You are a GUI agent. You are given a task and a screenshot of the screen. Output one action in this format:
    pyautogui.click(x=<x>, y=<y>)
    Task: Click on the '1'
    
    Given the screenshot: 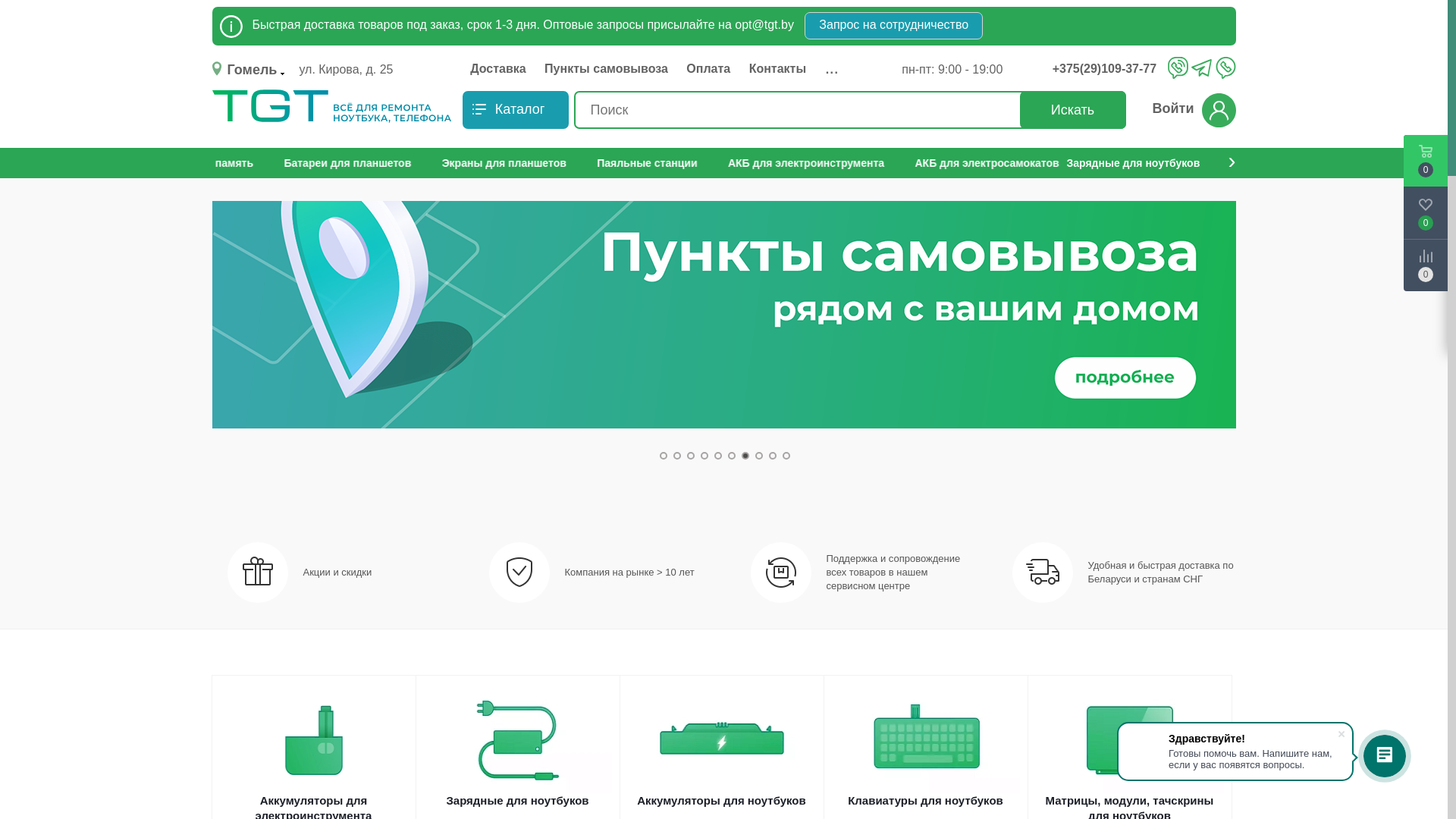 What is the action you would take?
    pyautogui.click(x=663, y=455)
    